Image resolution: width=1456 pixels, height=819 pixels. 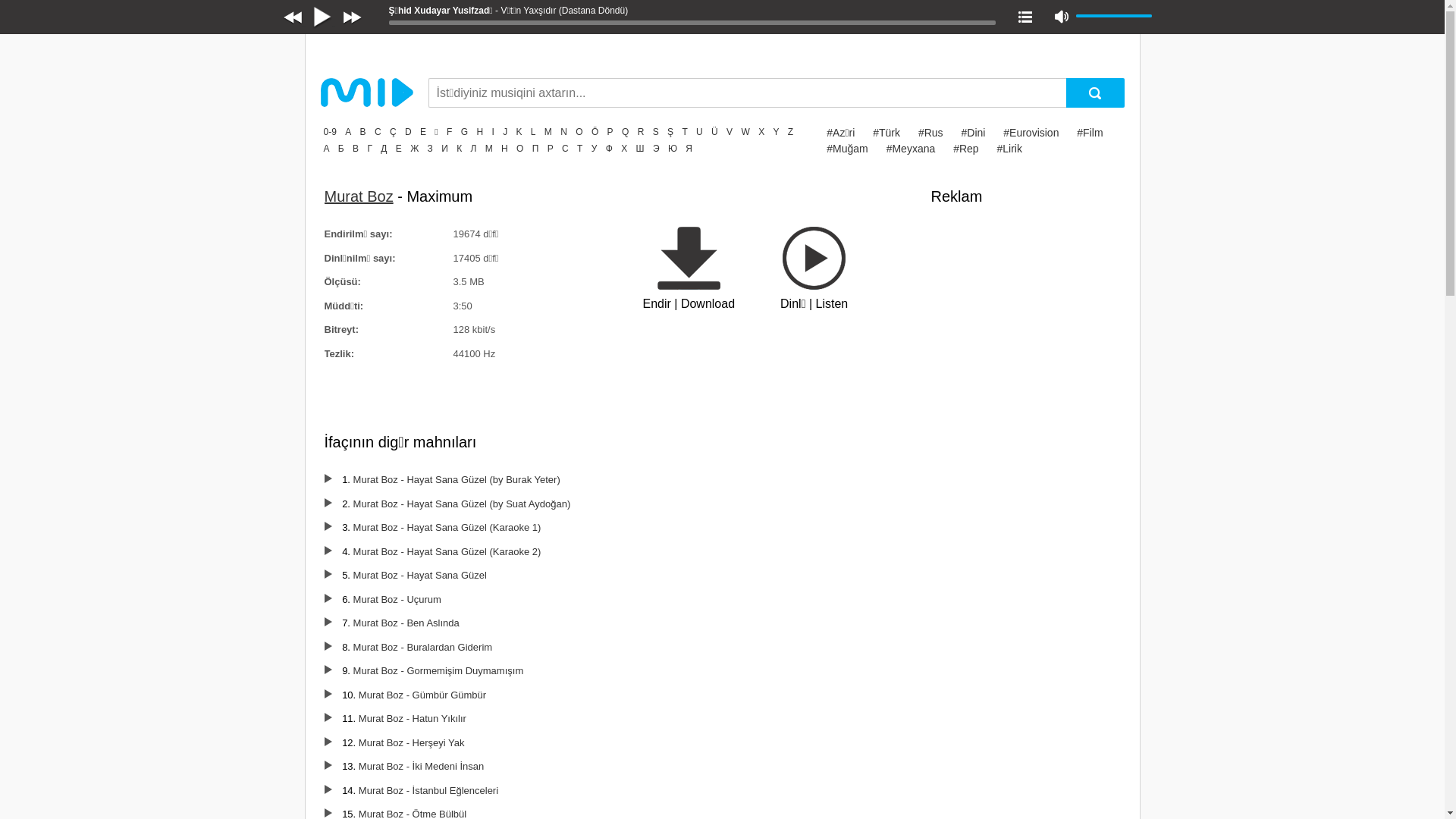 What do you see at coordinates (952, 149) in the screenshot?
I see `'#Rep'` at bounding box center [952, 149].